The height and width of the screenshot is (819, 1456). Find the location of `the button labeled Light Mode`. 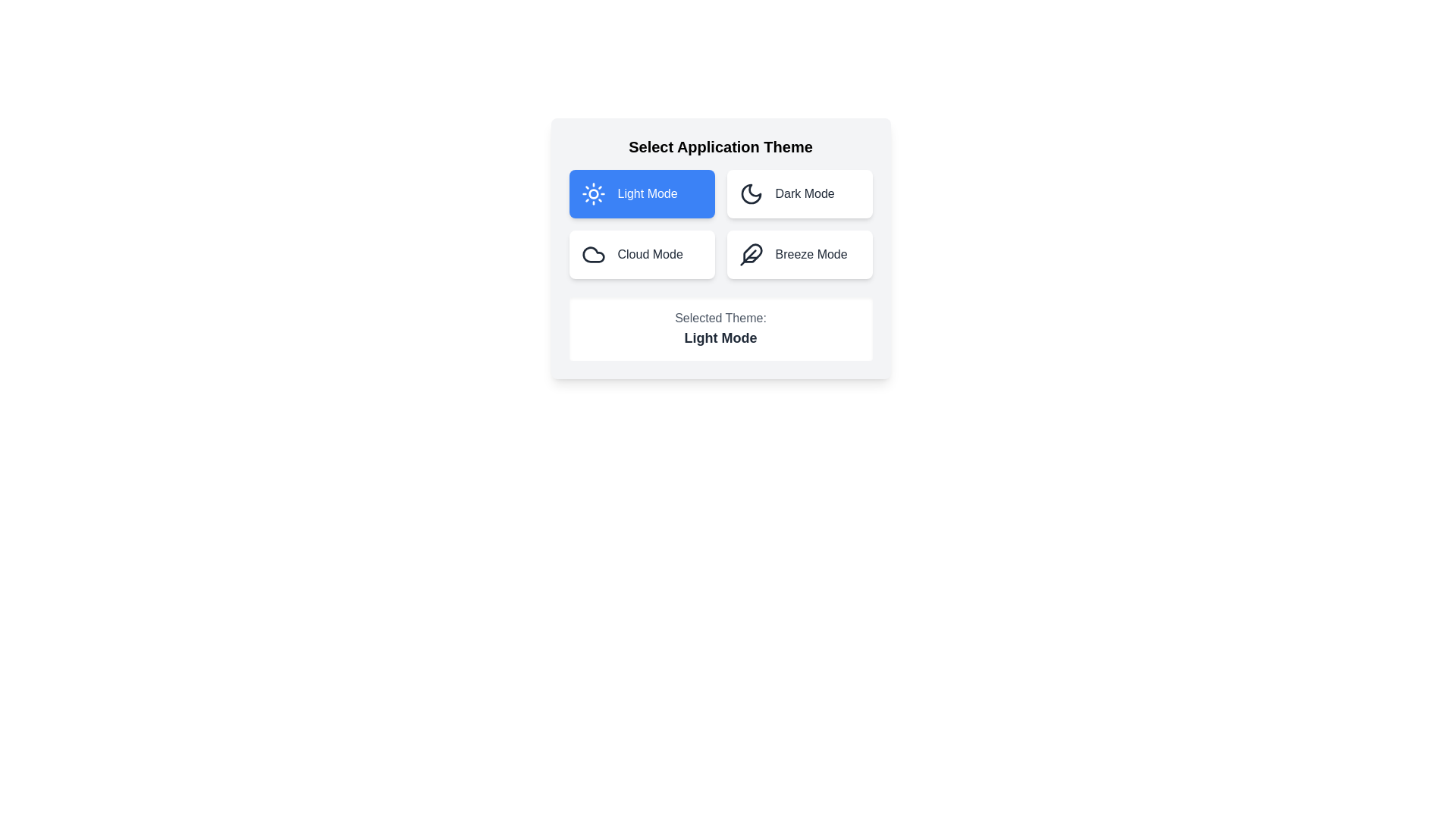

the button labeled Light Mode is located at coordinates (642, 193).